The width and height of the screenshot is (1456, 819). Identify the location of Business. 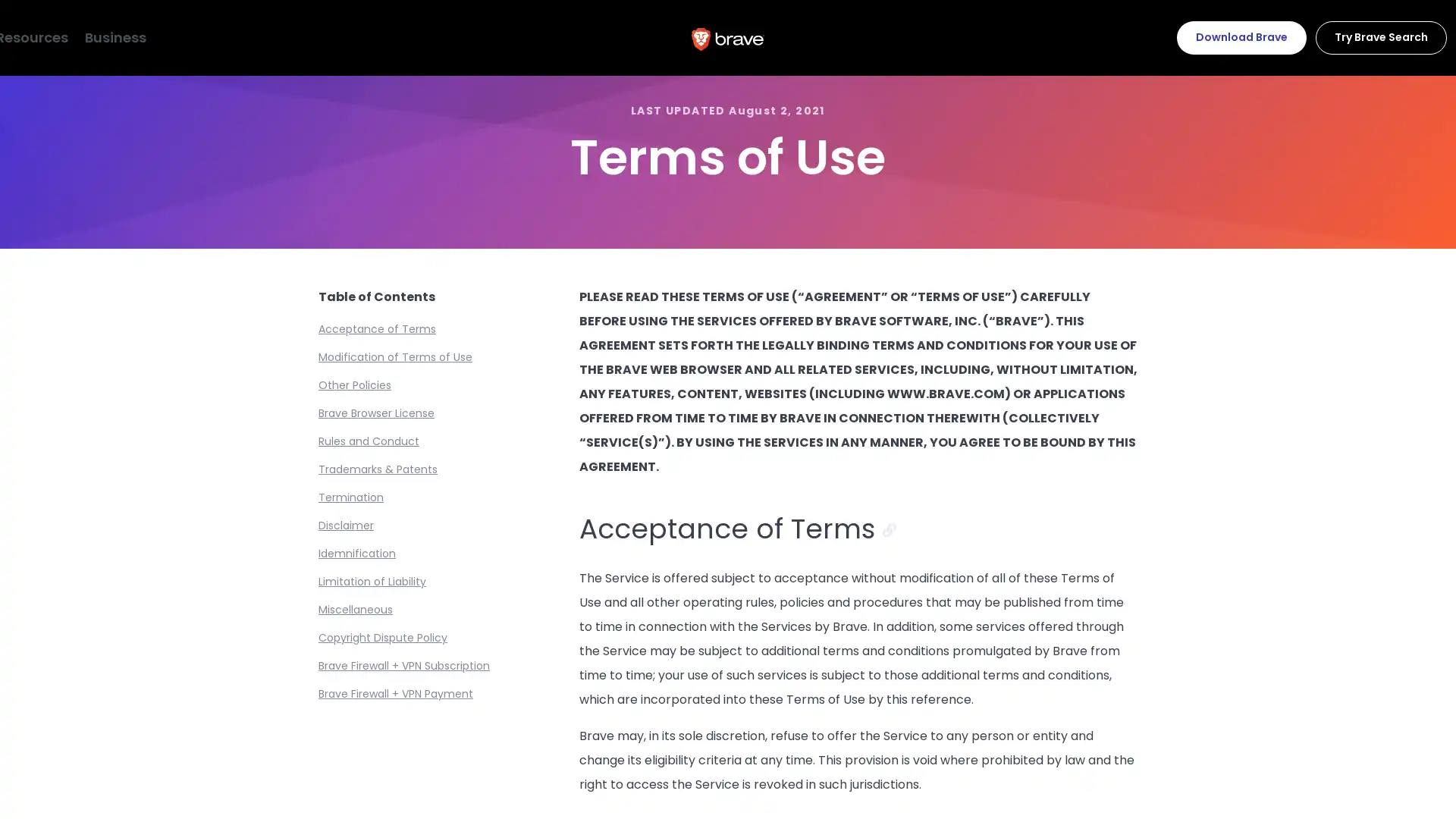
(356, 36).